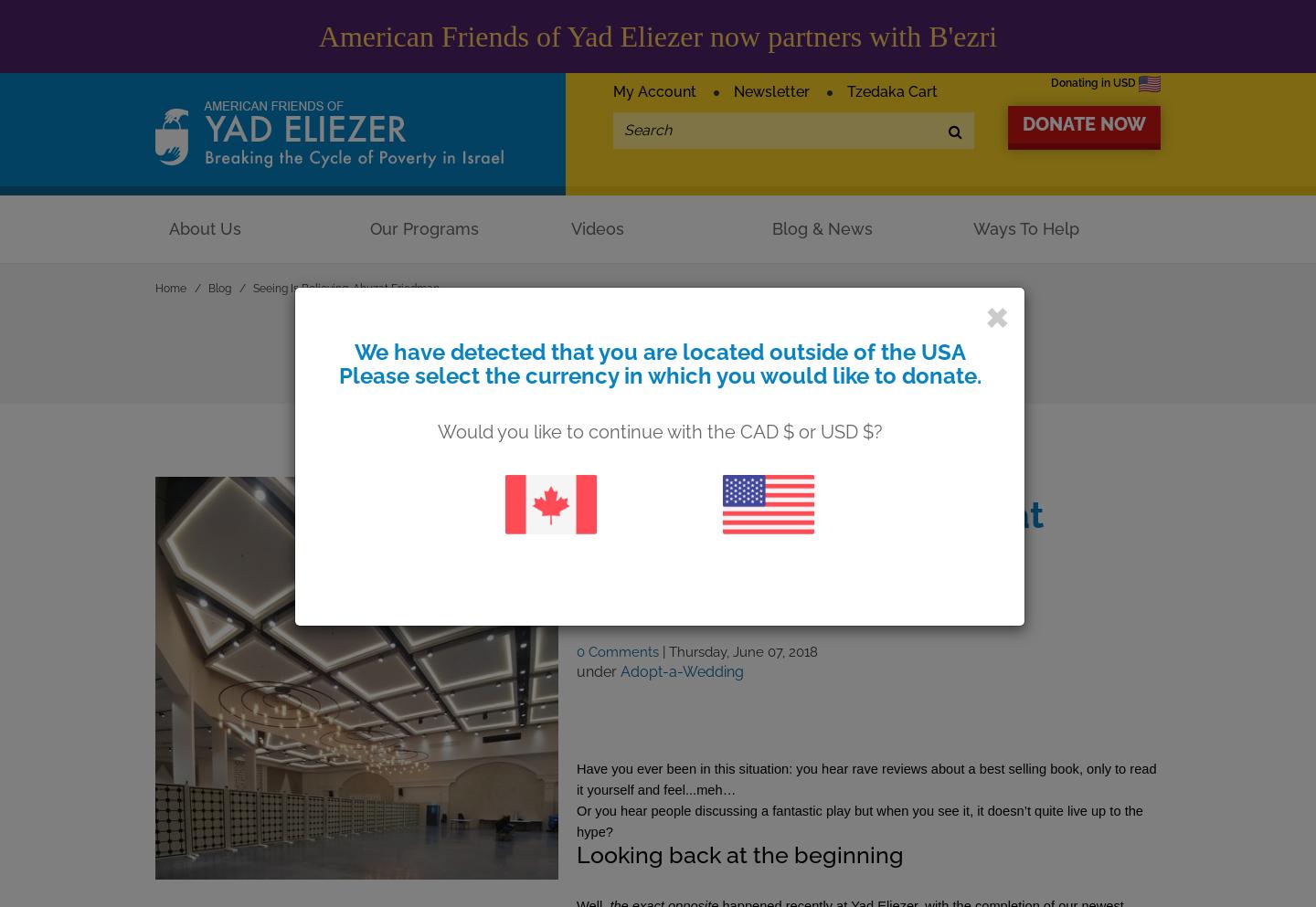 This screenshot has width=1316, height=907. I want to click on 'USD $', so click(846, 429).